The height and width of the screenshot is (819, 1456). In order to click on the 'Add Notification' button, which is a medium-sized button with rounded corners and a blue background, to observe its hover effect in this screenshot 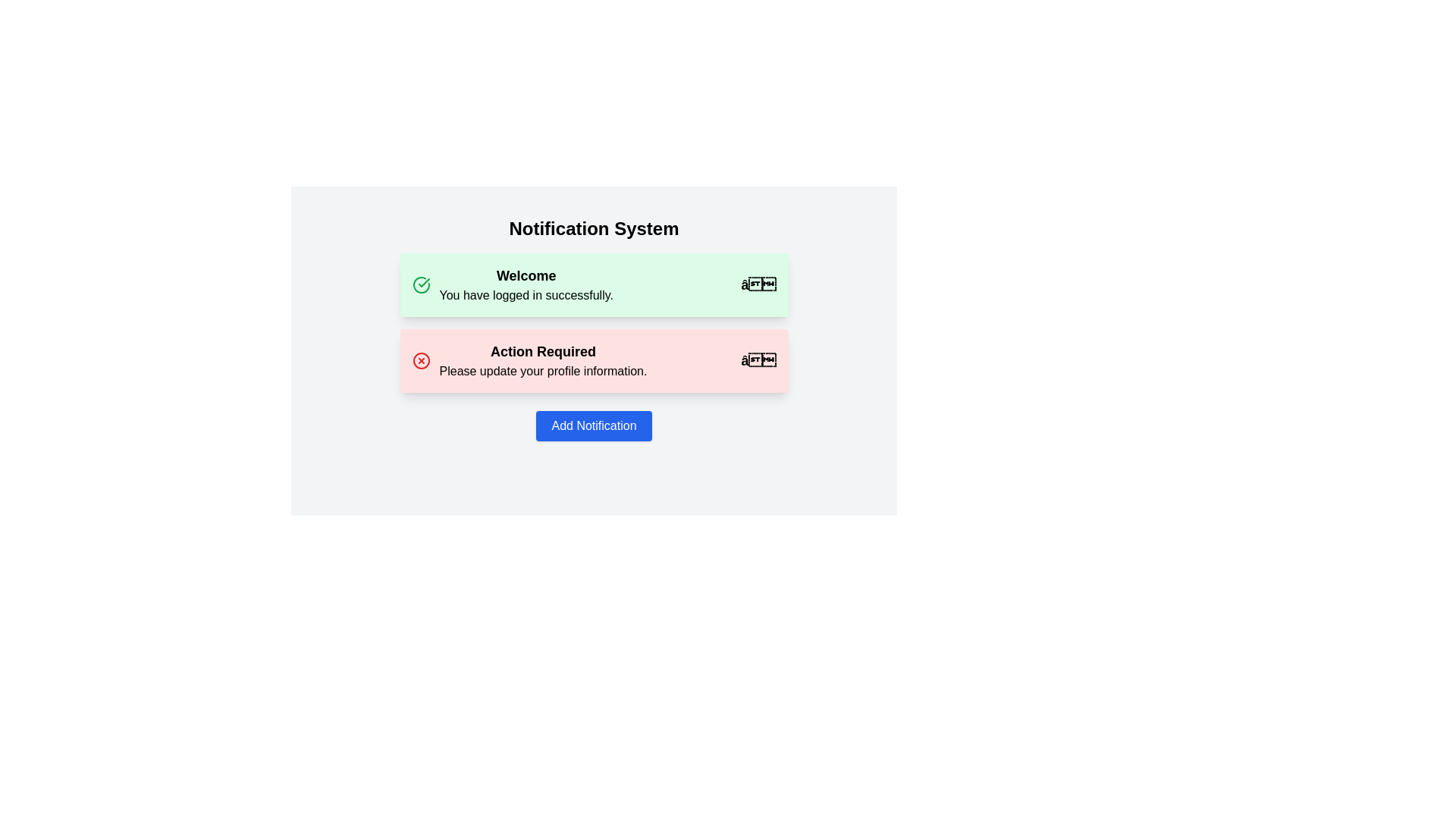, I will do `click(593, 426)`.